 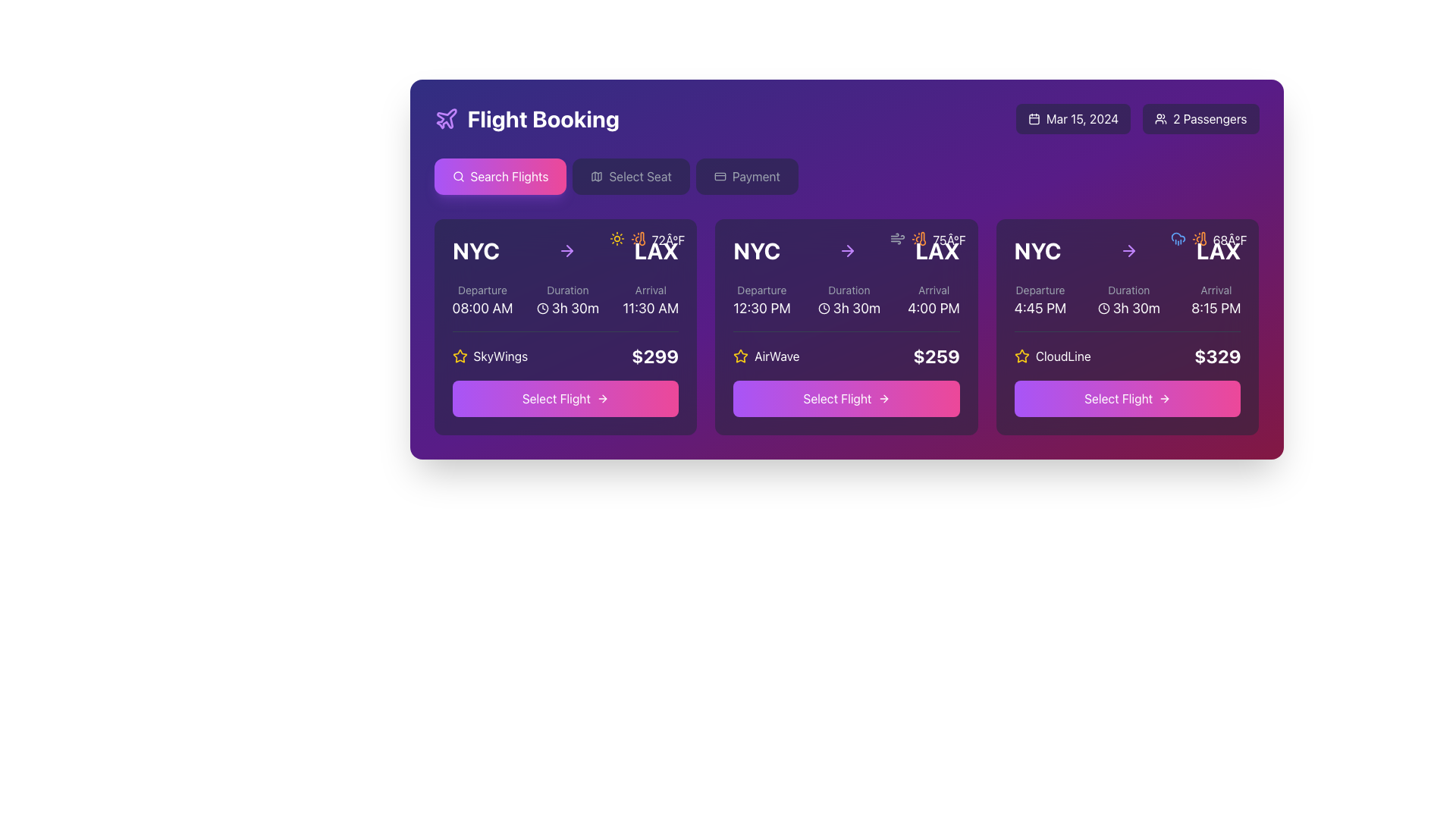 I want to click on the SVG-based circular icon representing flight duration, located within the first flight information card, to the right of the departure time field, so click(x=542, y=308).